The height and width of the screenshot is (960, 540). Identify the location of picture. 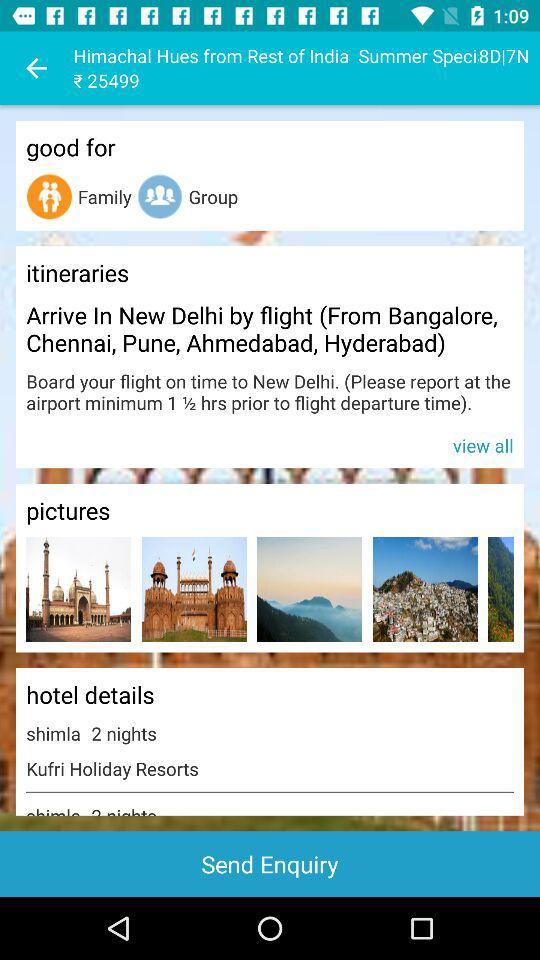
(309, 589).